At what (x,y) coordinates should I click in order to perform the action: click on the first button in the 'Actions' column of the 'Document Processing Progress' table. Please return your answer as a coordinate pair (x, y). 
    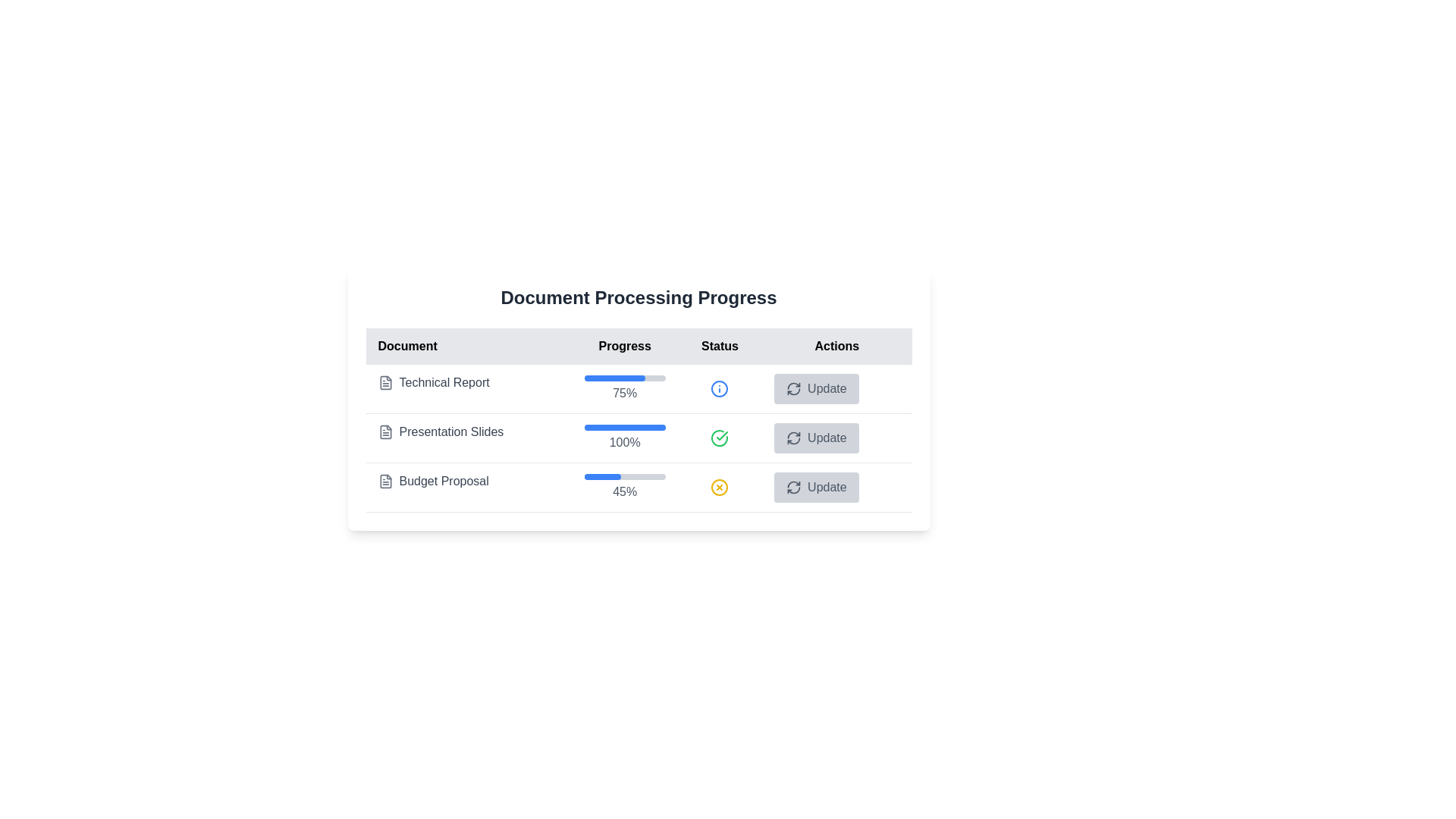
    Looking at the image, I should click on (815, 388).